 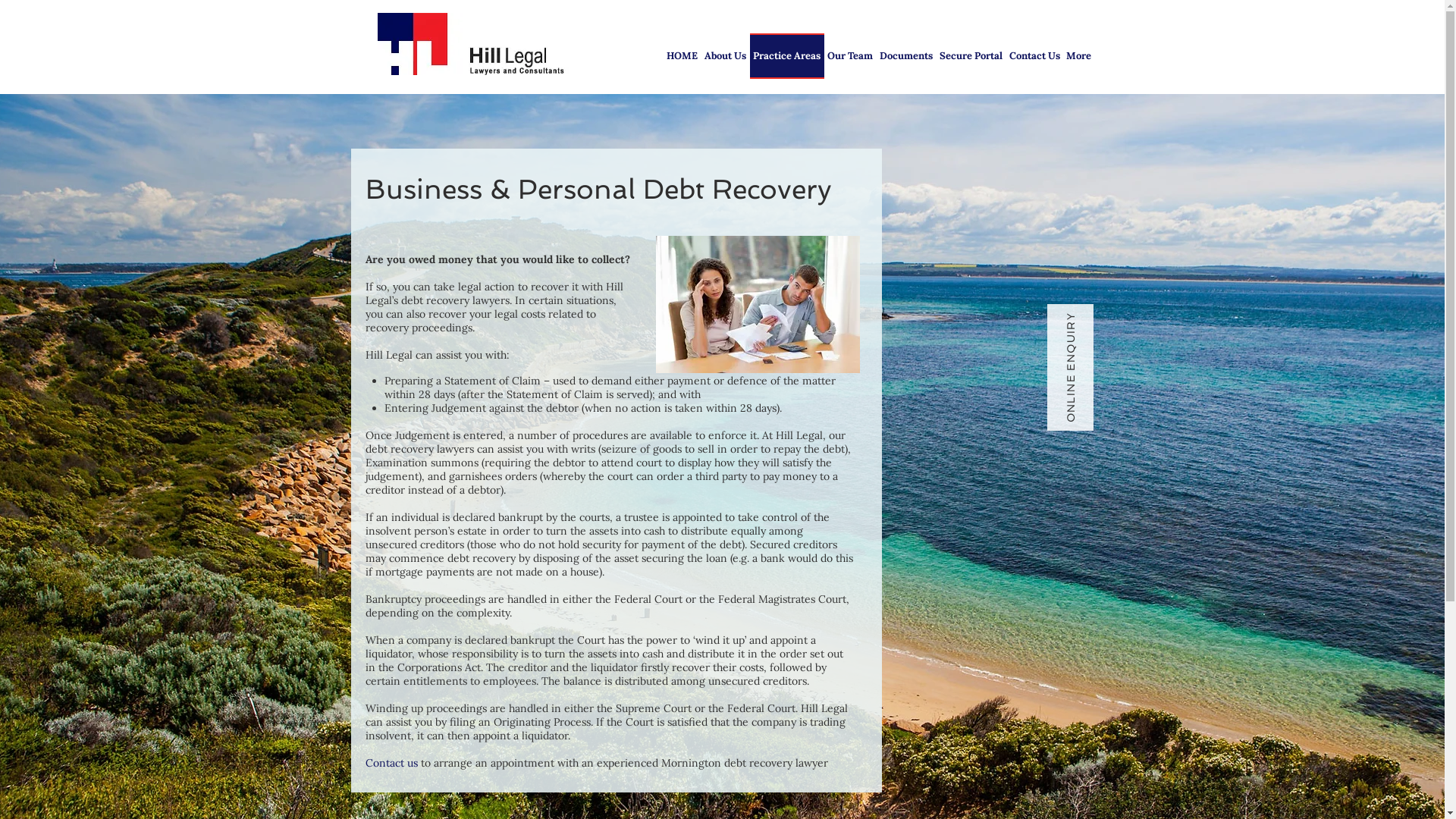 I want to click on 'Contact Us', so click(x=1033, y=55).